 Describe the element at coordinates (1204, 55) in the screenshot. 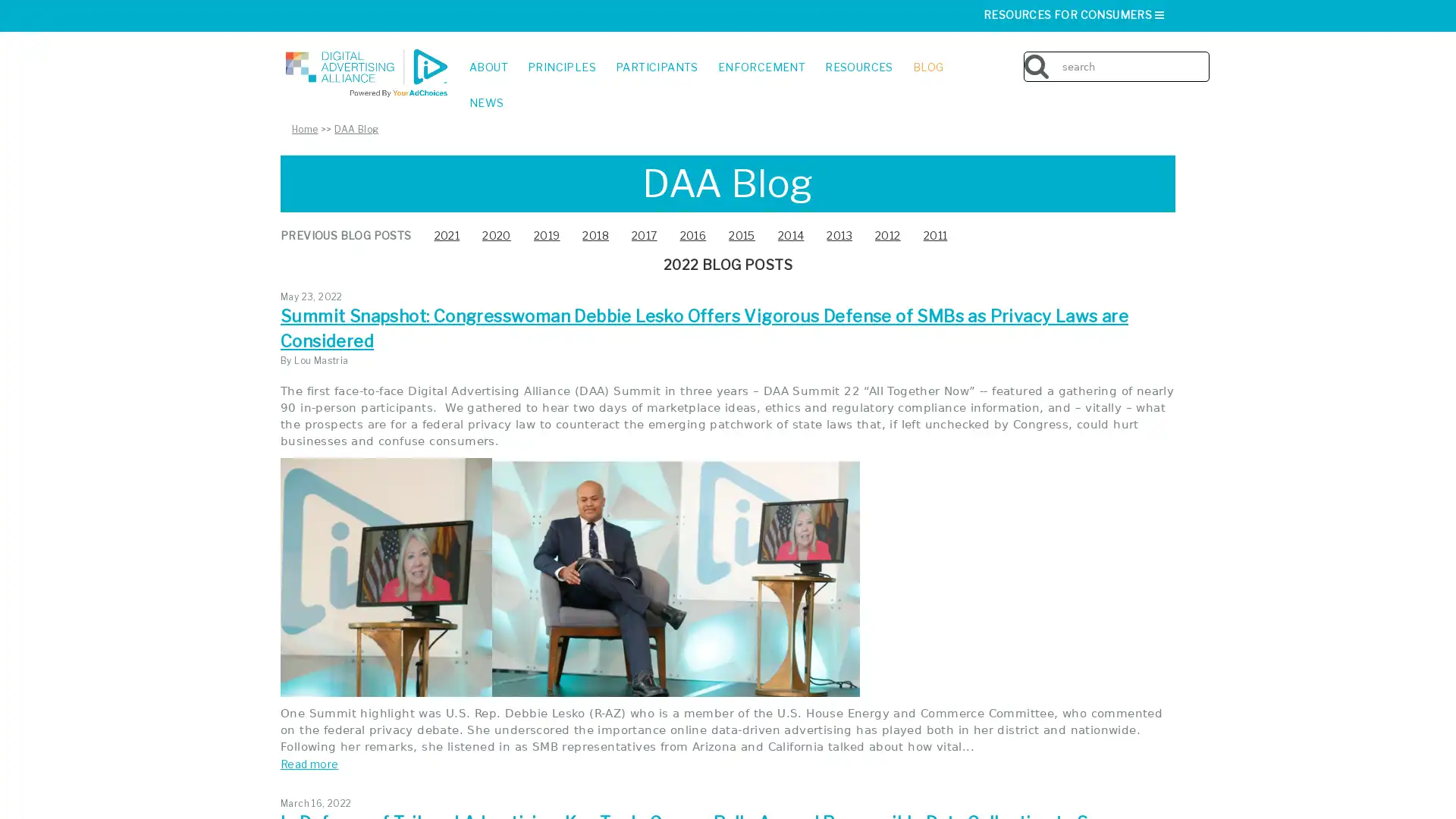

I see `Search` at that location.